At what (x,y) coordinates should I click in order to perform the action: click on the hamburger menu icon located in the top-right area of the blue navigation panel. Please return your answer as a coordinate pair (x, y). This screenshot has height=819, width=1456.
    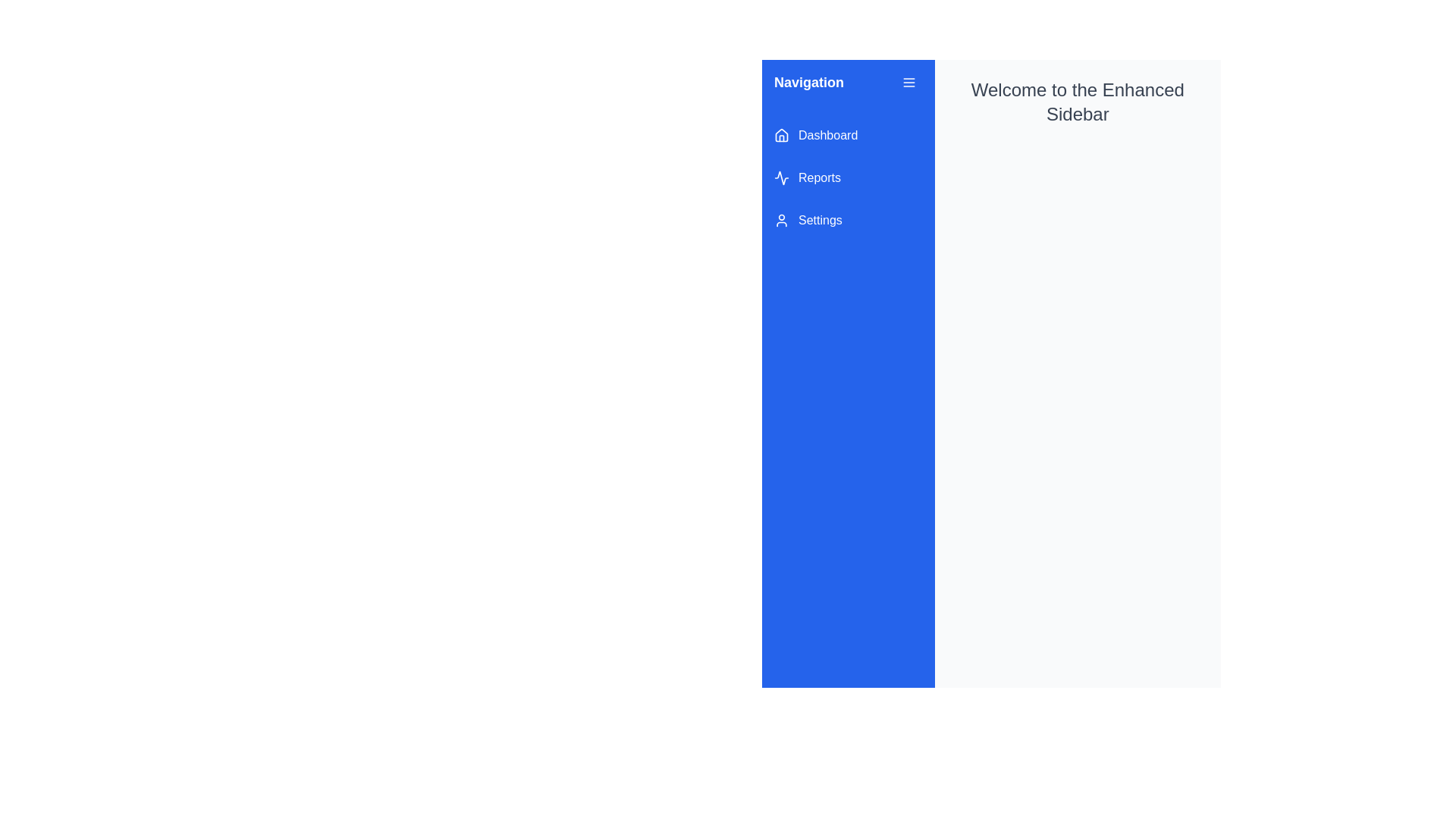
    Looking at the image, I should click on (908, 82).